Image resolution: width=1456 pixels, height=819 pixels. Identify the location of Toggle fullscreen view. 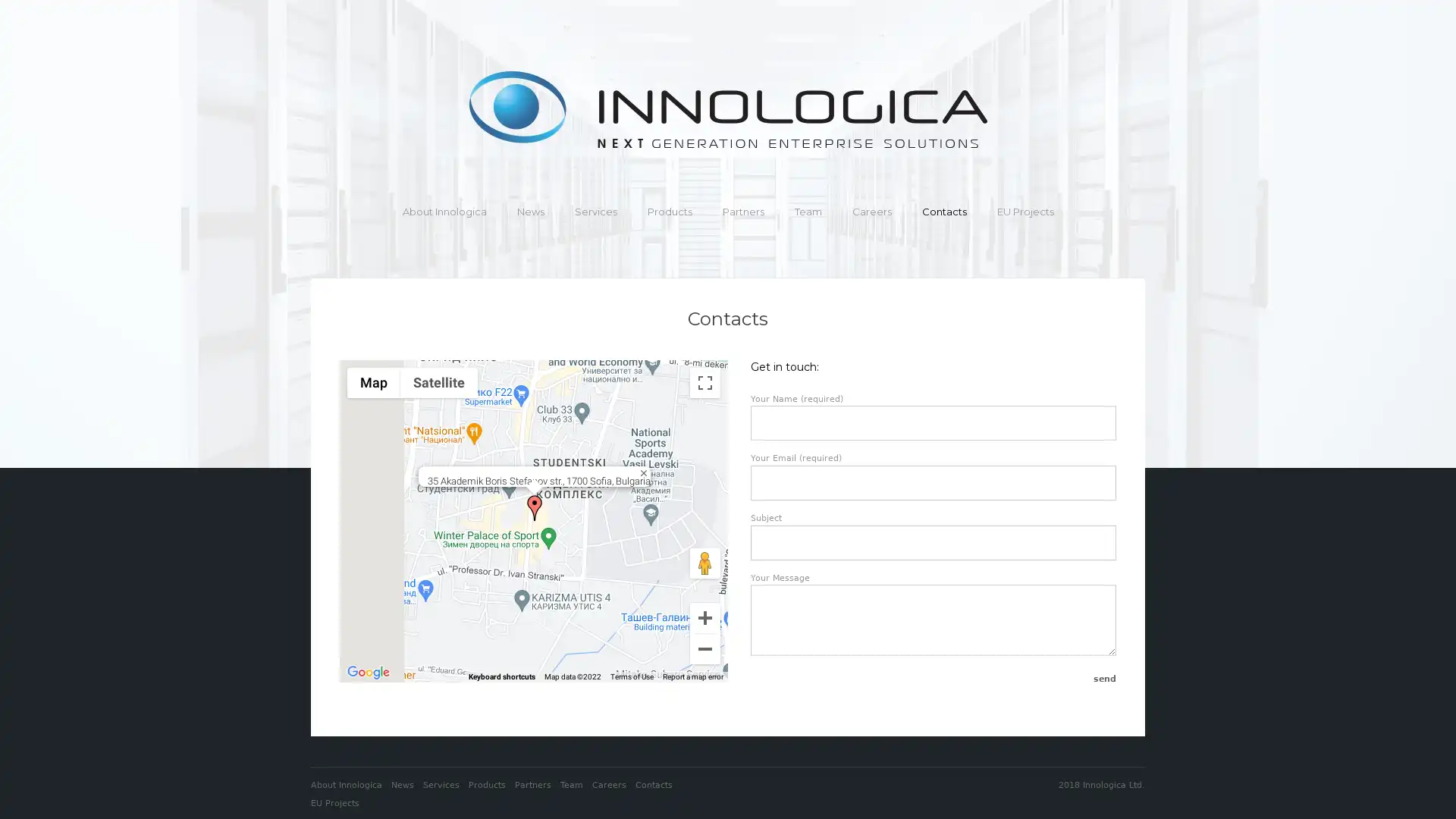
(704, 381).